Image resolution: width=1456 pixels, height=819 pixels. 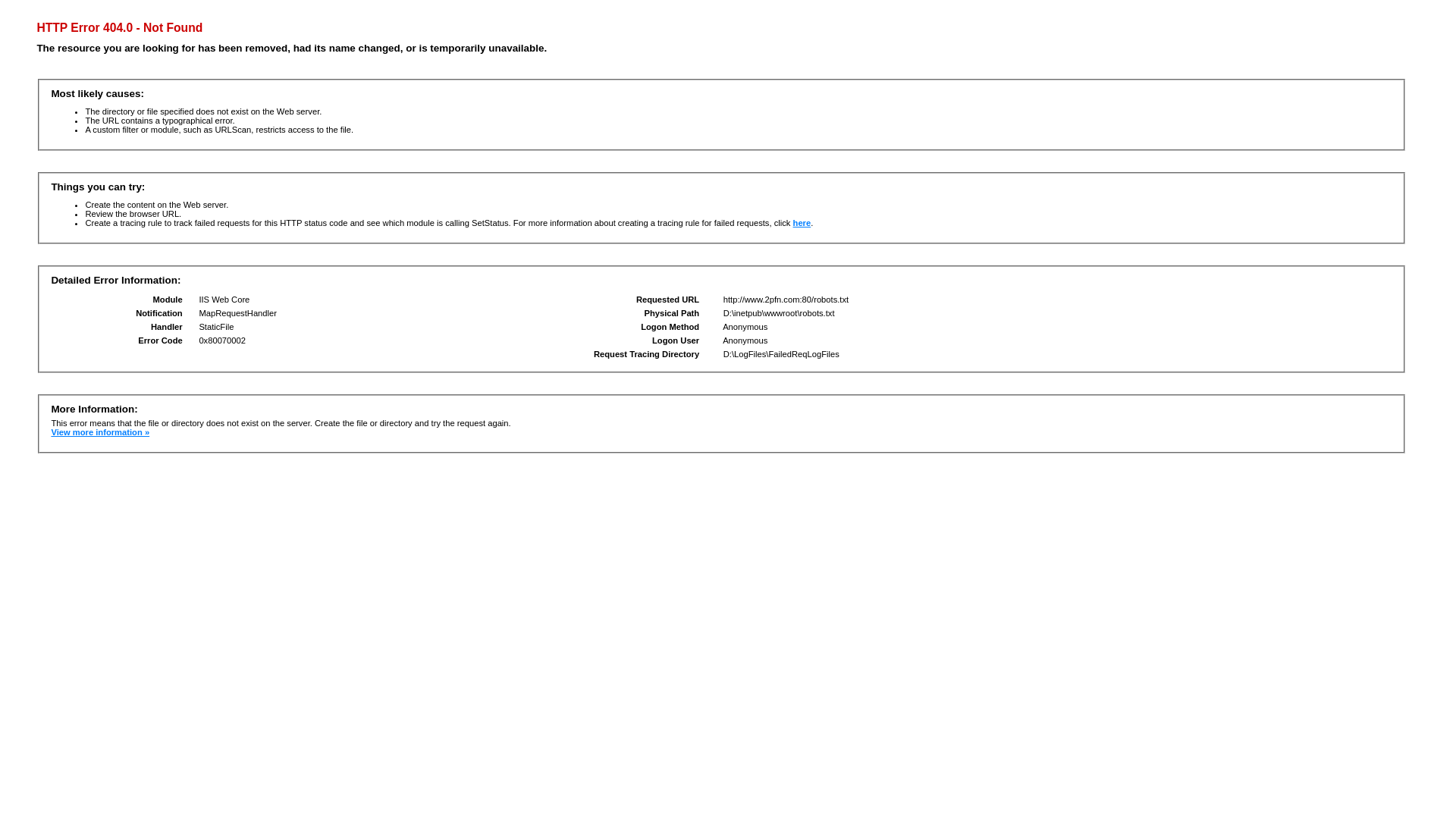 I want to click on 'here', so click(x=801, y=222).